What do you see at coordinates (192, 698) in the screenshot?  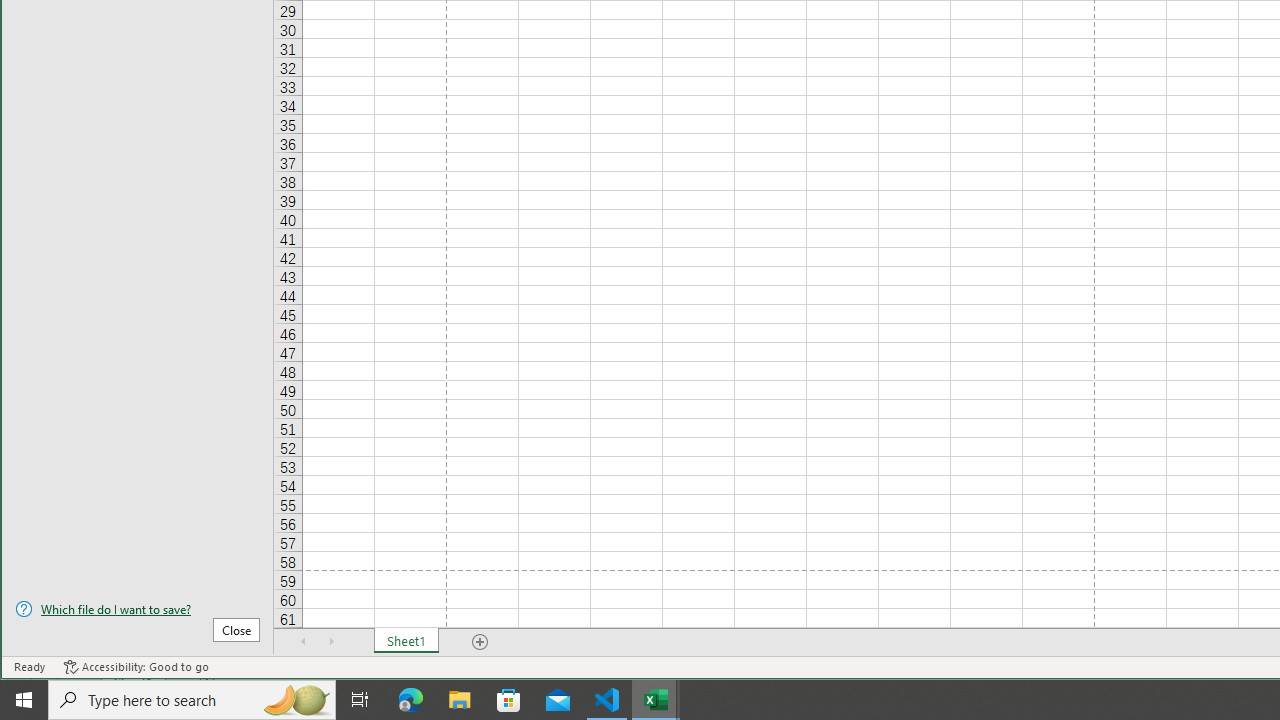 I see `'Type here to search'` at bounding box center [192, 698].